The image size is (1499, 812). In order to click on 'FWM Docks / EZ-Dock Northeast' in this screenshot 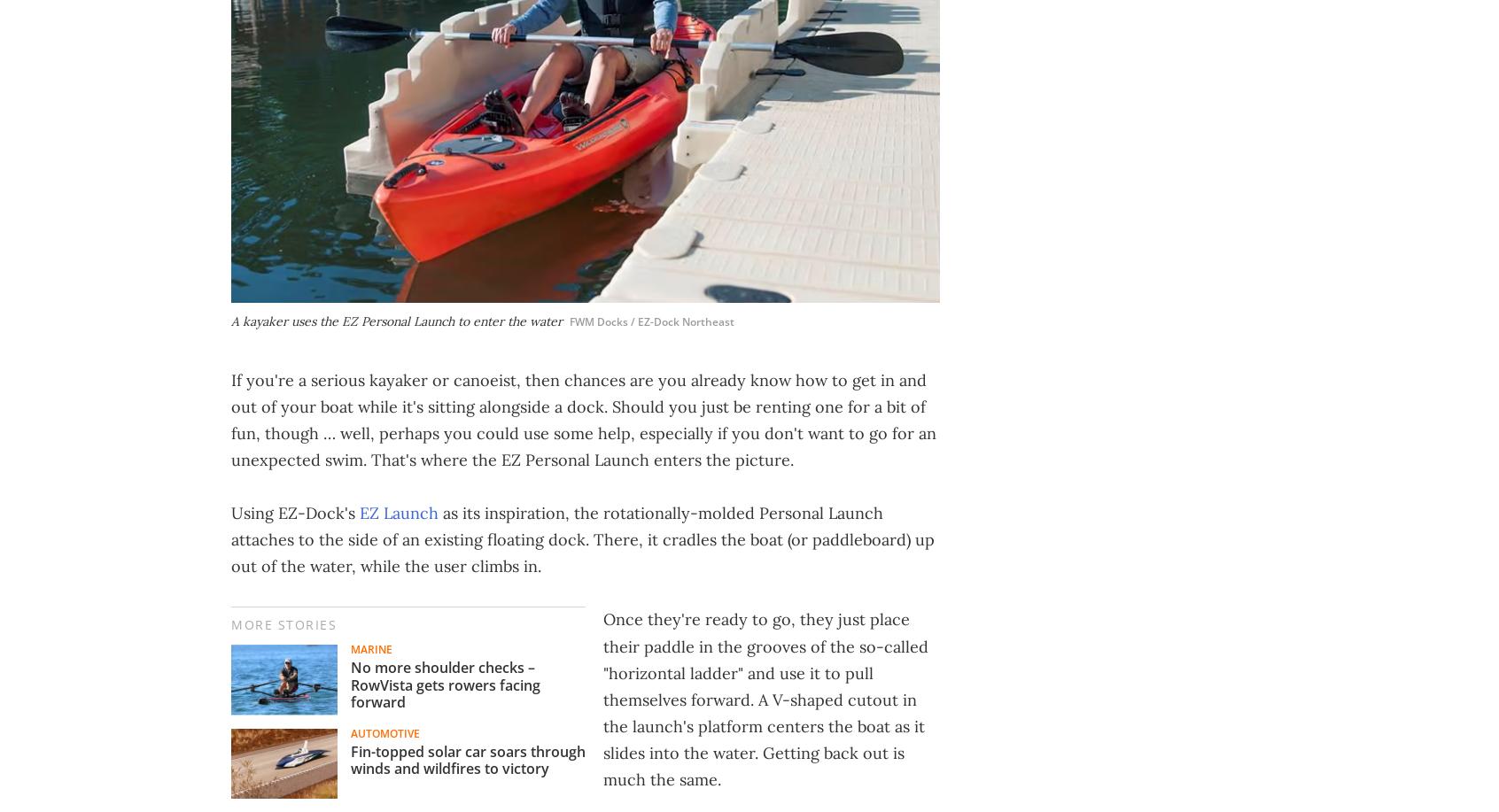, I will do `click(651, 321)`.